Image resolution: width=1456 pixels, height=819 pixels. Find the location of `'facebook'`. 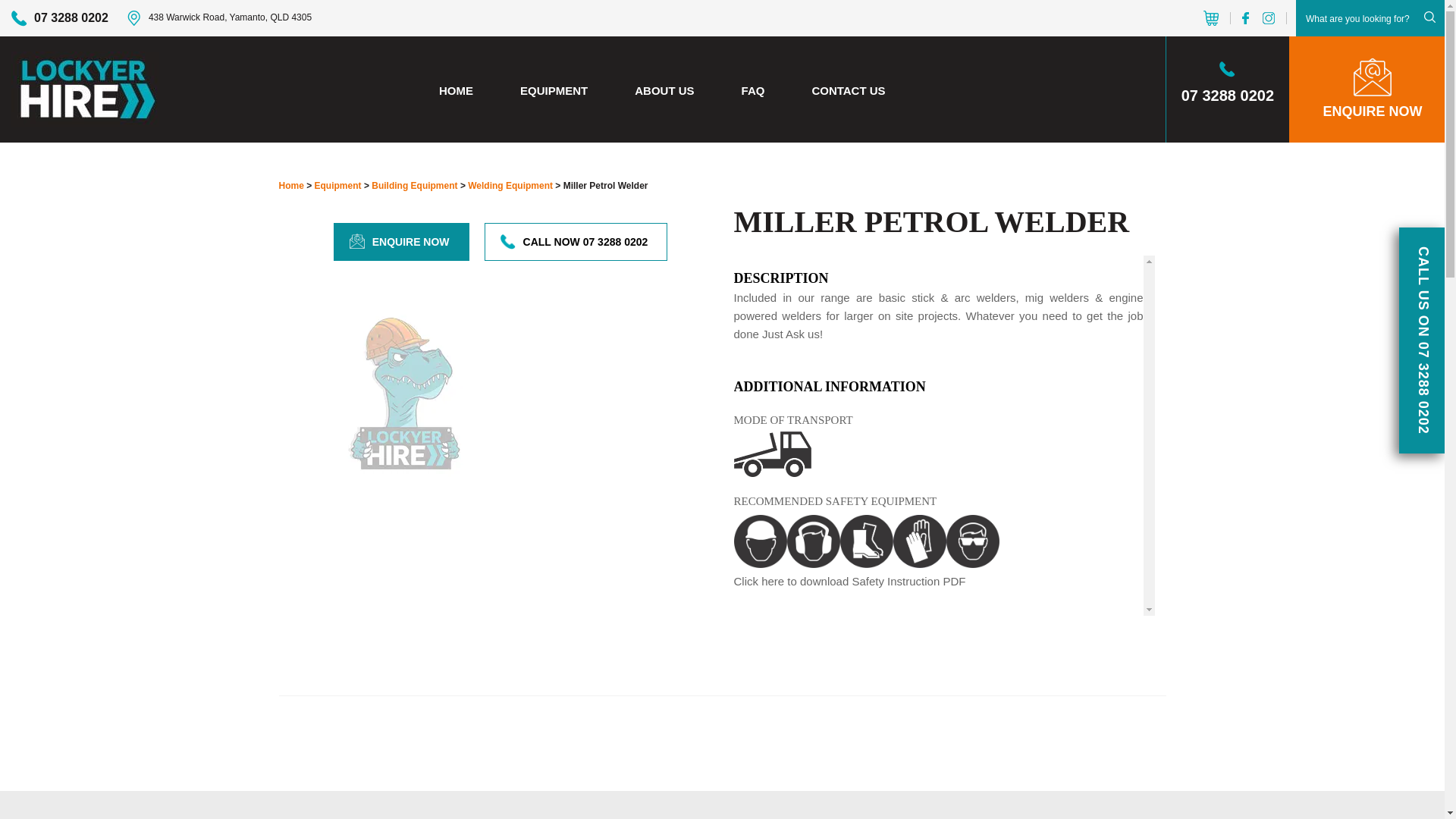

'facebook' is located at coordinates (1248, 17).